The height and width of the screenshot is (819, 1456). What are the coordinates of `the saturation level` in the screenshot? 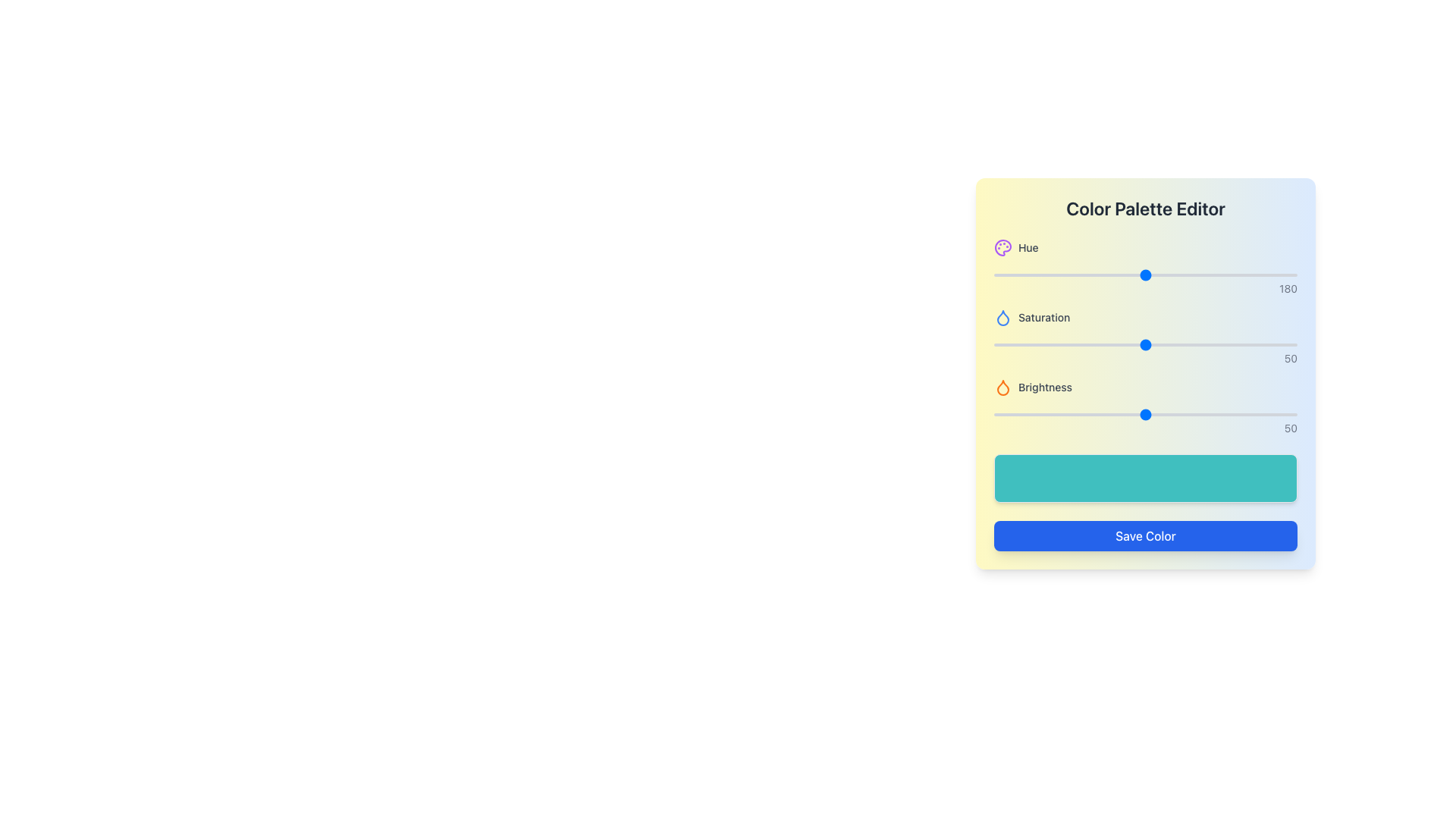 It's located at (1234, 345).